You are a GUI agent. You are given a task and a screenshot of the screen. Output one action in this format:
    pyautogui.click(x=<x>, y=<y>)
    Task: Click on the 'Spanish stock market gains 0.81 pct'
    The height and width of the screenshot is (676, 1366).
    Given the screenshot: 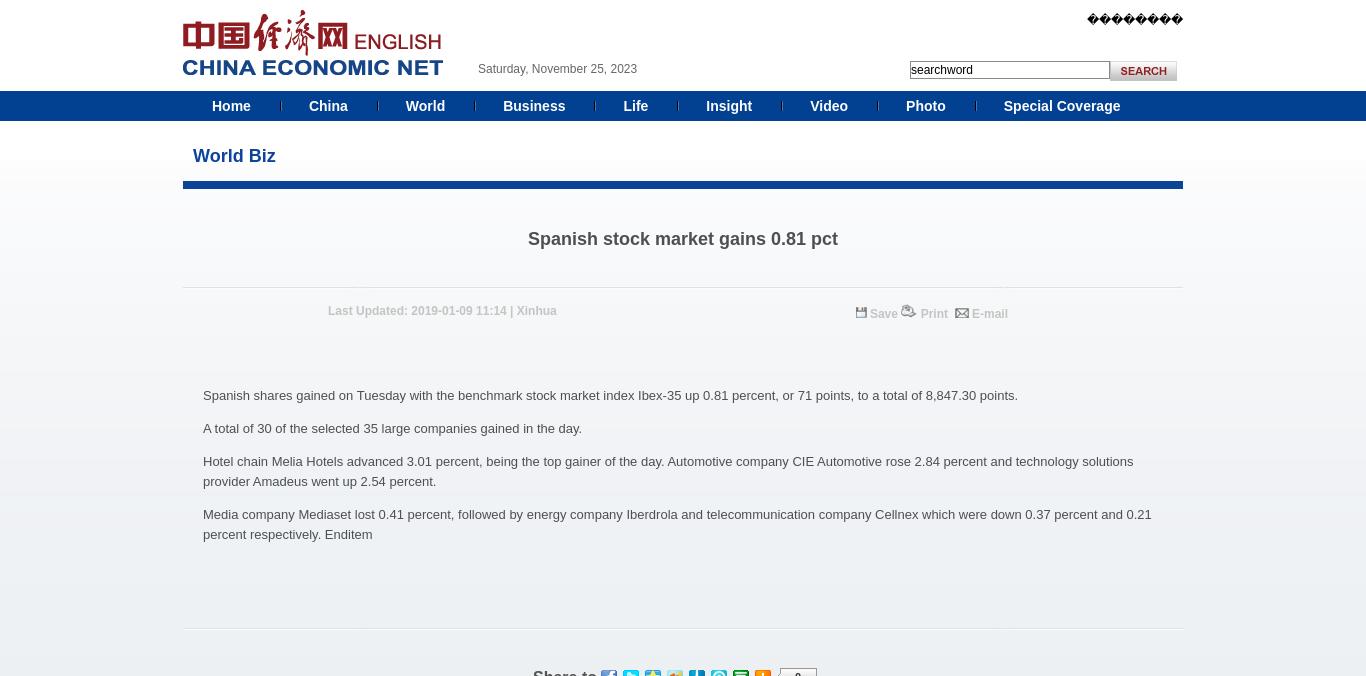 What is the action you would take?
    pyautogui.click(x=681, y=238)
    